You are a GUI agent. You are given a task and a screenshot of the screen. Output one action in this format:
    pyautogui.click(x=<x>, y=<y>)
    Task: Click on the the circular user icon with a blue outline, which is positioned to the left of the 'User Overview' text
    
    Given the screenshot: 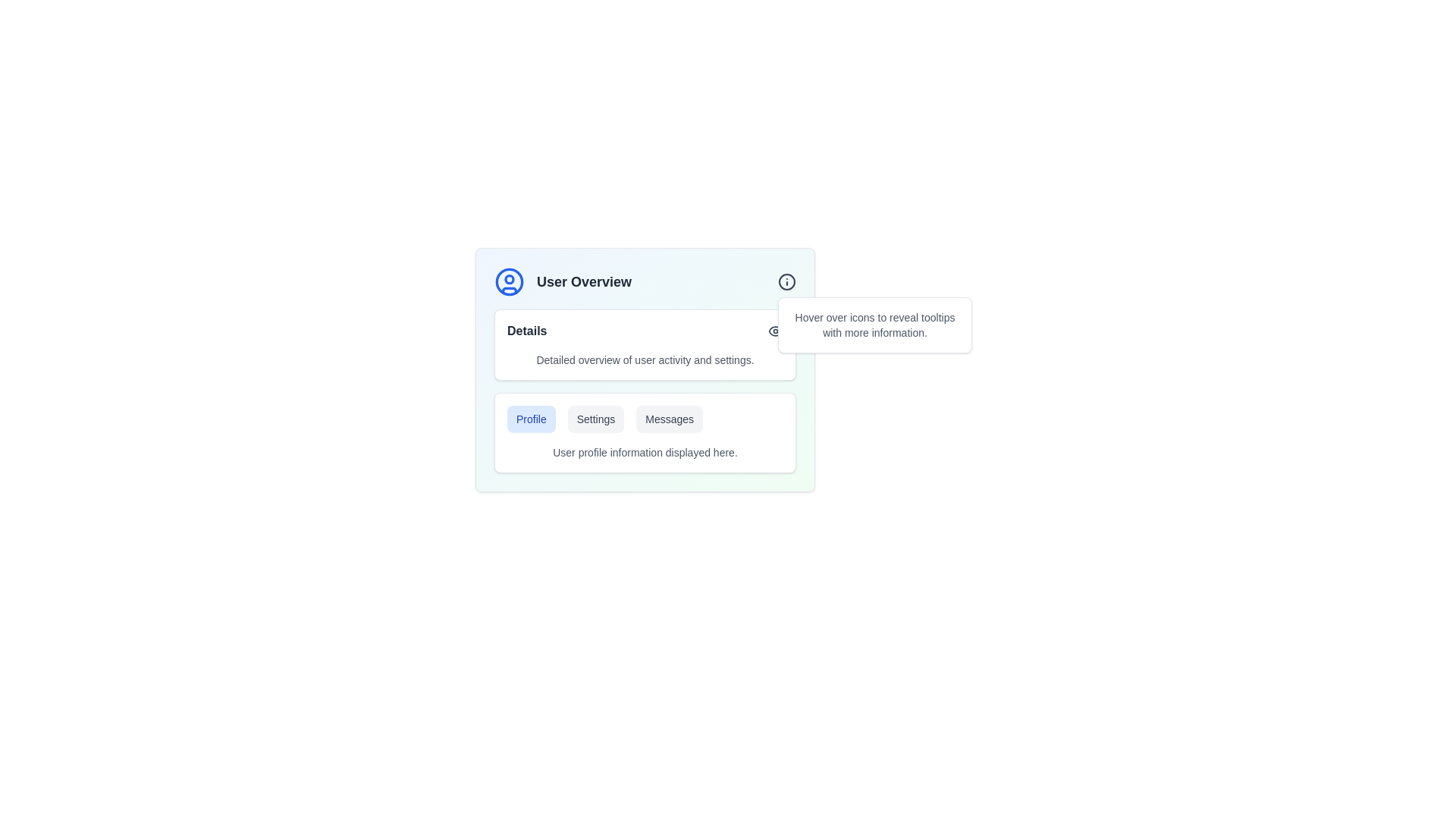 What is the action you would take?
    pyautogui.click(x=510, y=281)
    